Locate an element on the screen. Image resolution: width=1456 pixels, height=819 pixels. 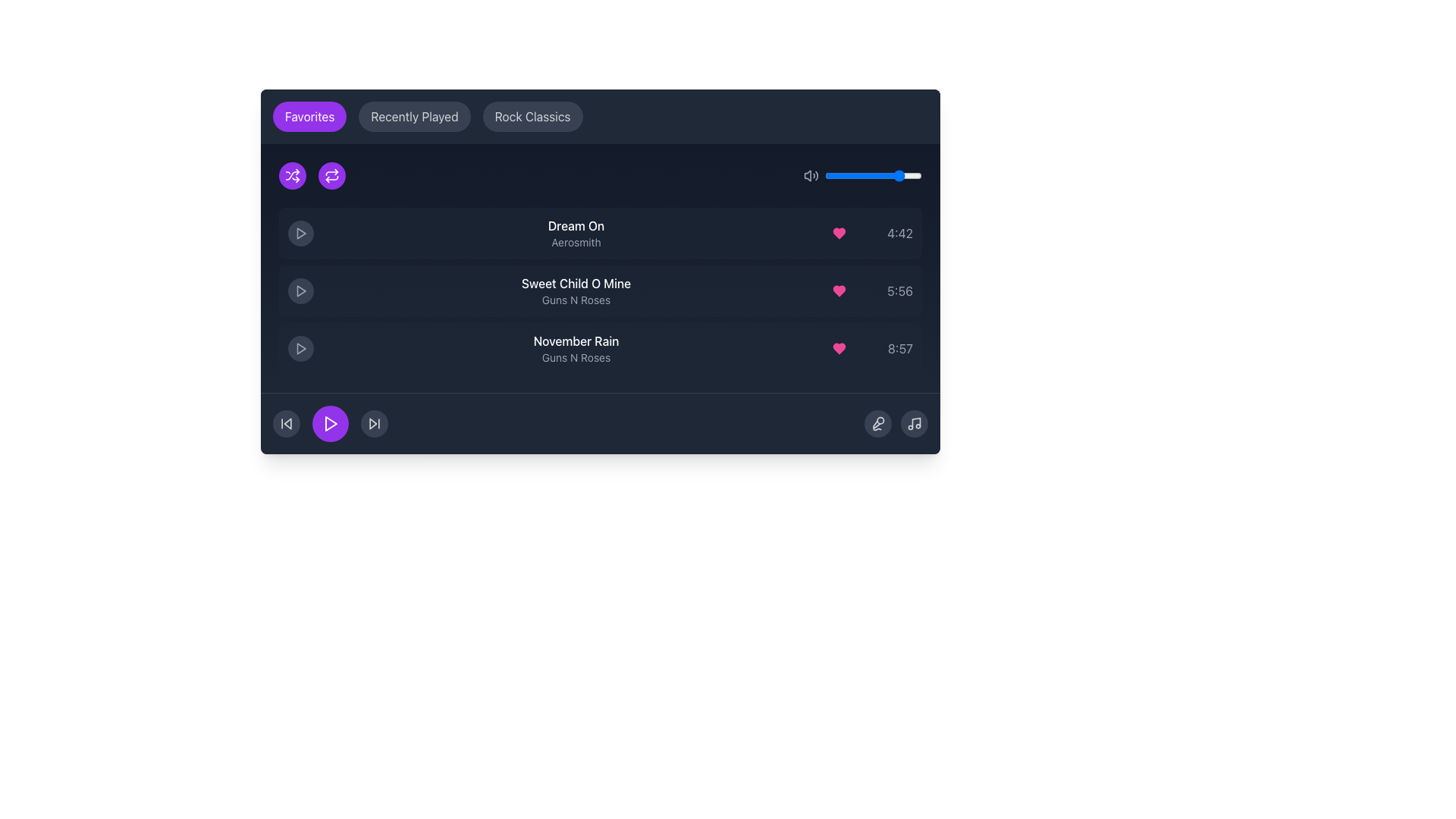
the 'Favorites' button, which has white text on a rounded purple background is located at coordinates (309, 116).